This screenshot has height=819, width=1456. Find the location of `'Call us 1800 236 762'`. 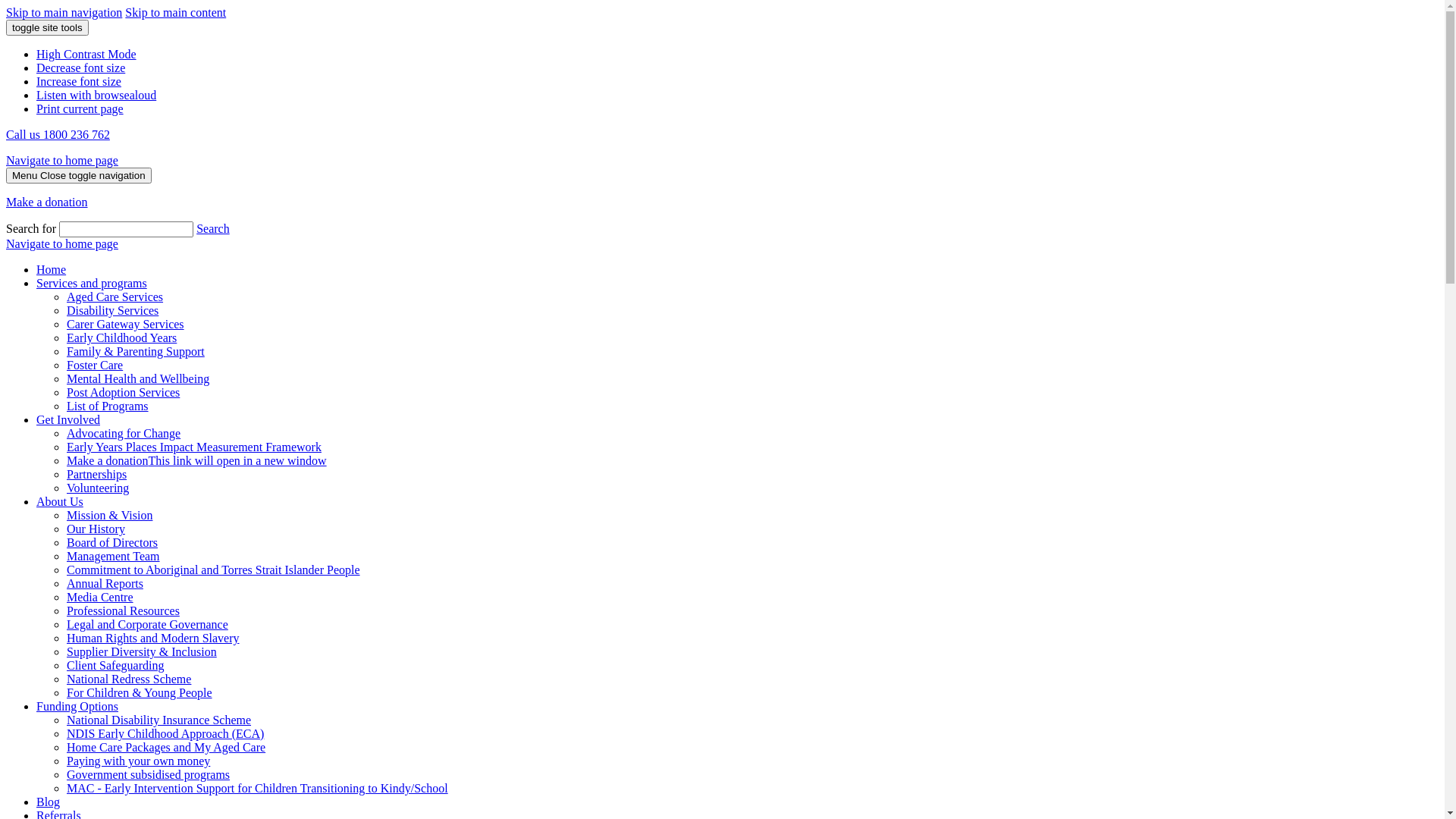

'Call us 1800 236 762' is located at coordinates (58, 133).